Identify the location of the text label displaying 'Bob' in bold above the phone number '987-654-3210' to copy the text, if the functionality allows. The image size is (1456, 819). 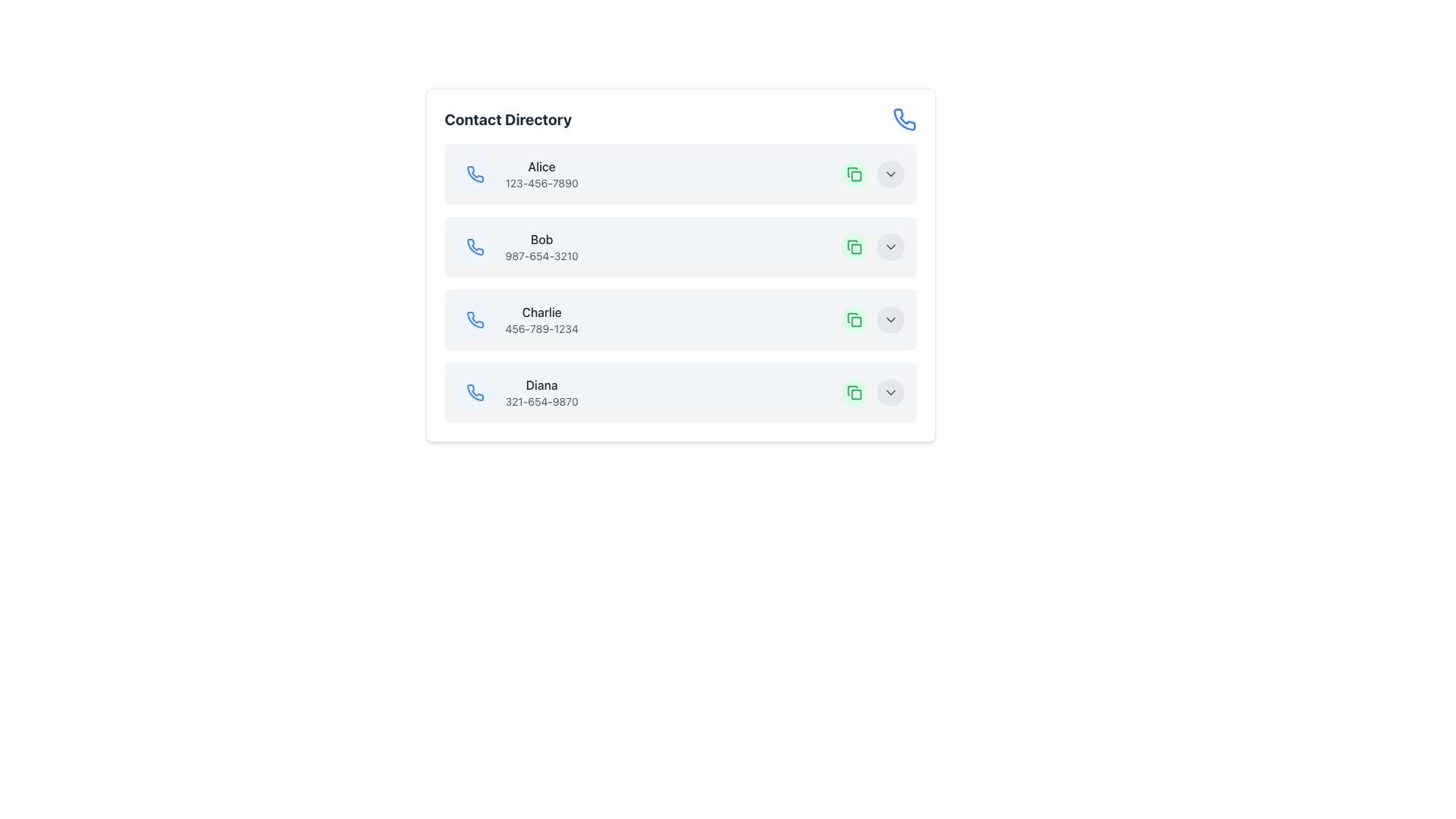
(541, 246).